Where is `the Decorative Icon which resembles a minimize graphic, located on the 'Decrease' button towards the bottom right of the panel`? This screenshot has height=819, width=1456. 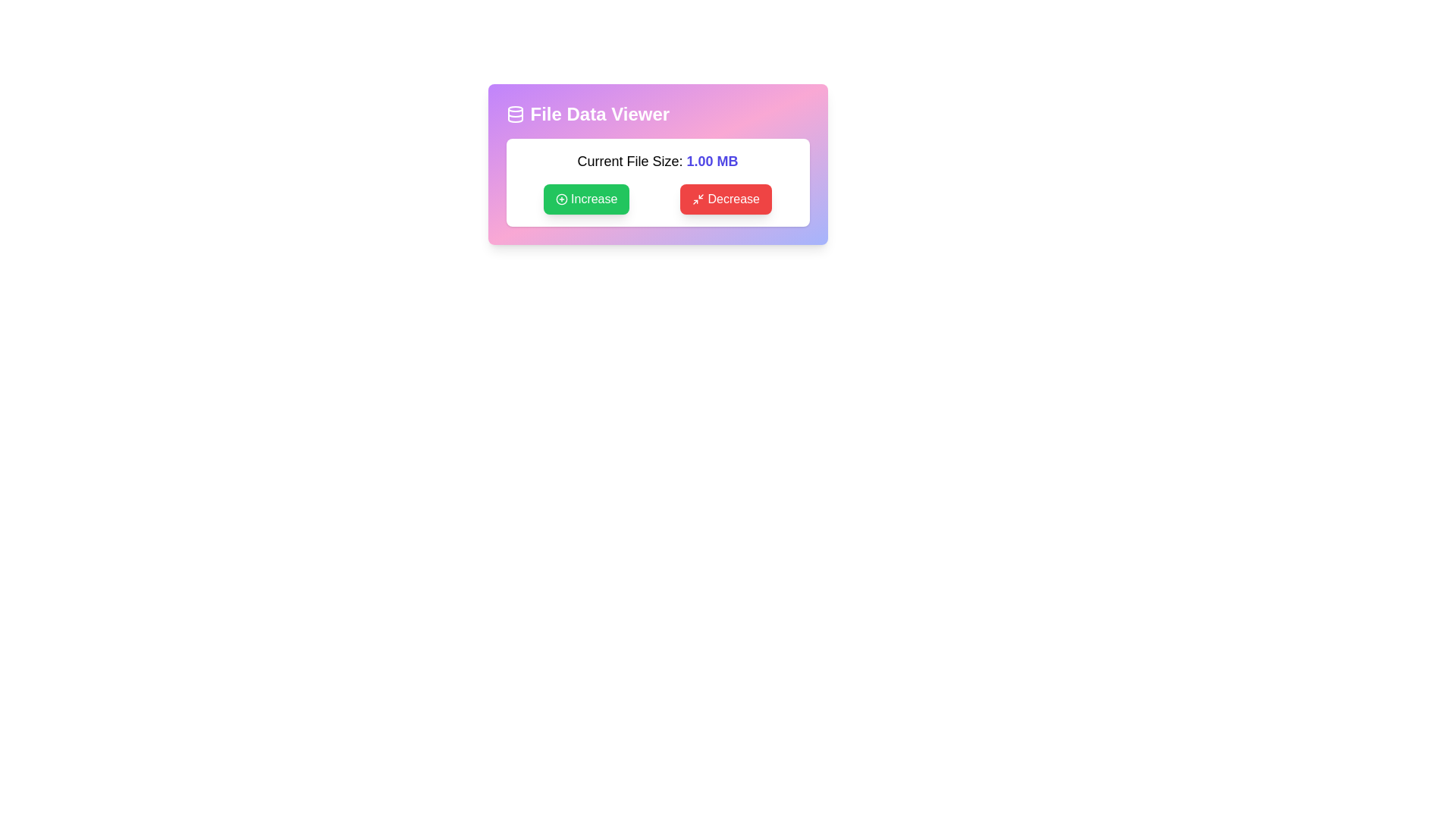
the Decorative Icon which resembles a minimize graphic, located on the 'Decrease' button towards the bottom right of the panel is located at coordinates (698, 198).